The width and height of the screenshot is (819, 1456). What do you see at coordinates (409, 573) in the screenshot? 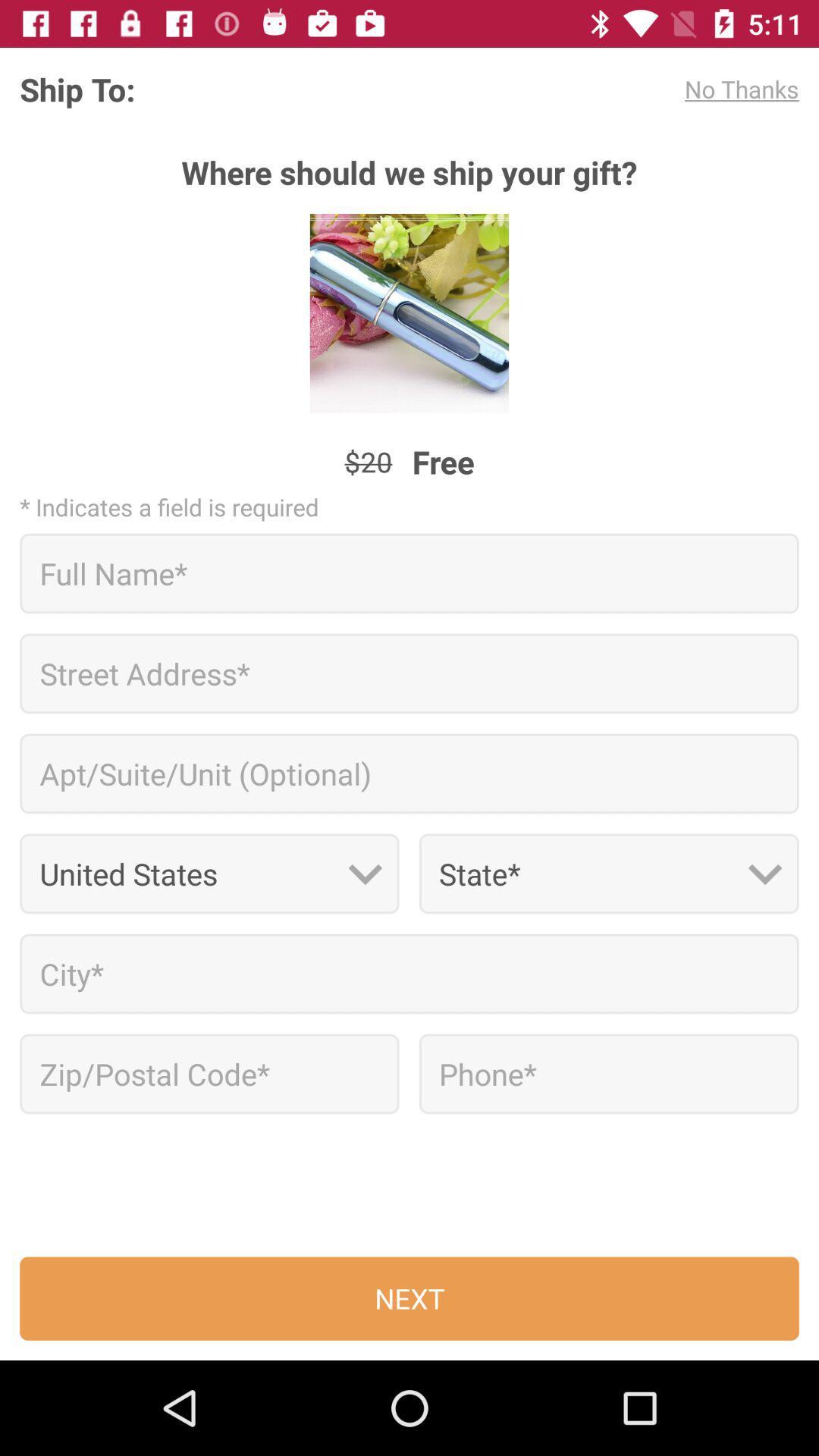
I see `you full name` at bounding box center [409, 573].